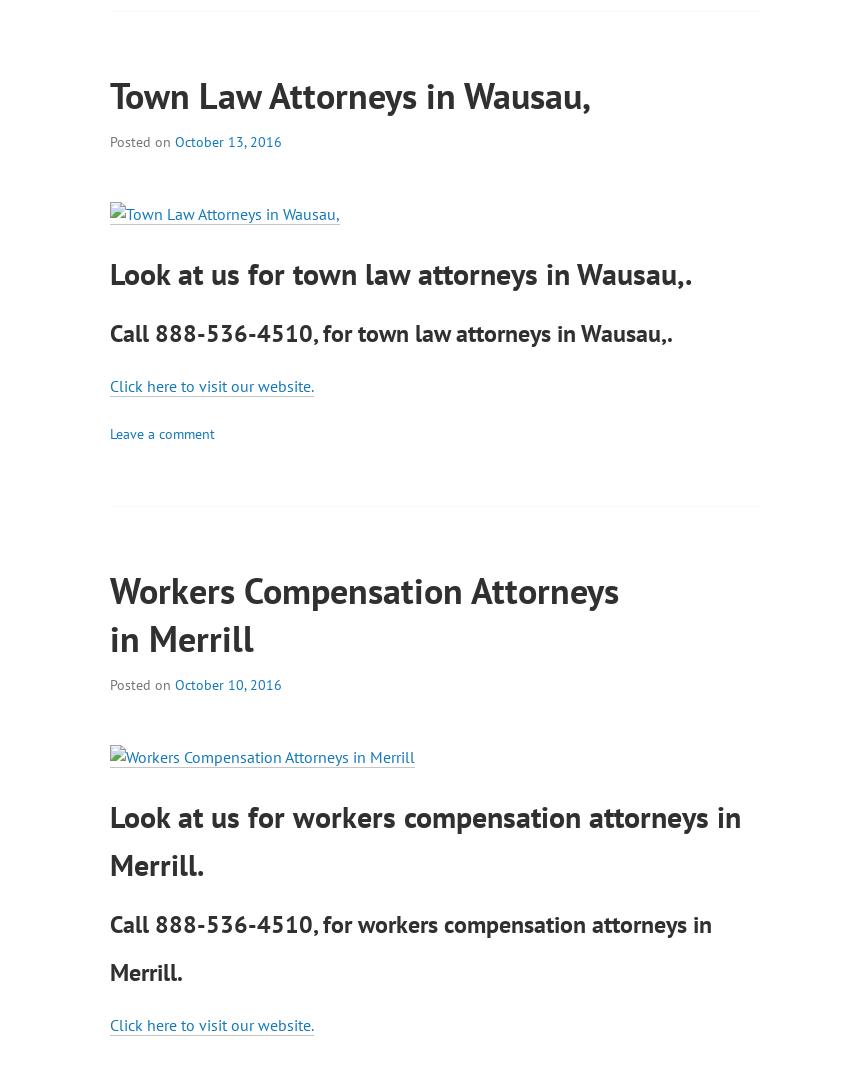  Describe the element at coordinates (162, 432) in the screenshot. I see `'Leave a comment'` at that location.